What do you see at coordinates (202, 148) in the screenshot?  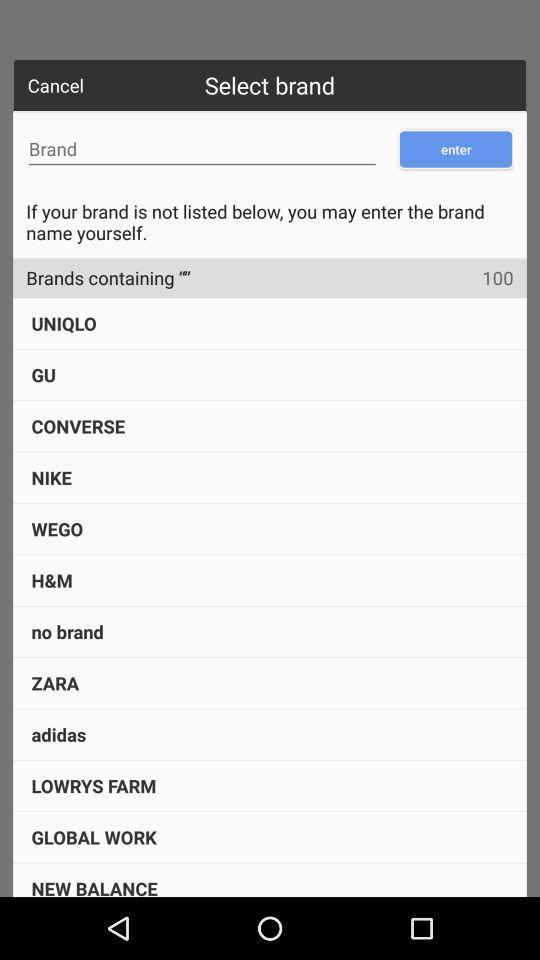 I see `search the brand` at bounding box center [202, 148].